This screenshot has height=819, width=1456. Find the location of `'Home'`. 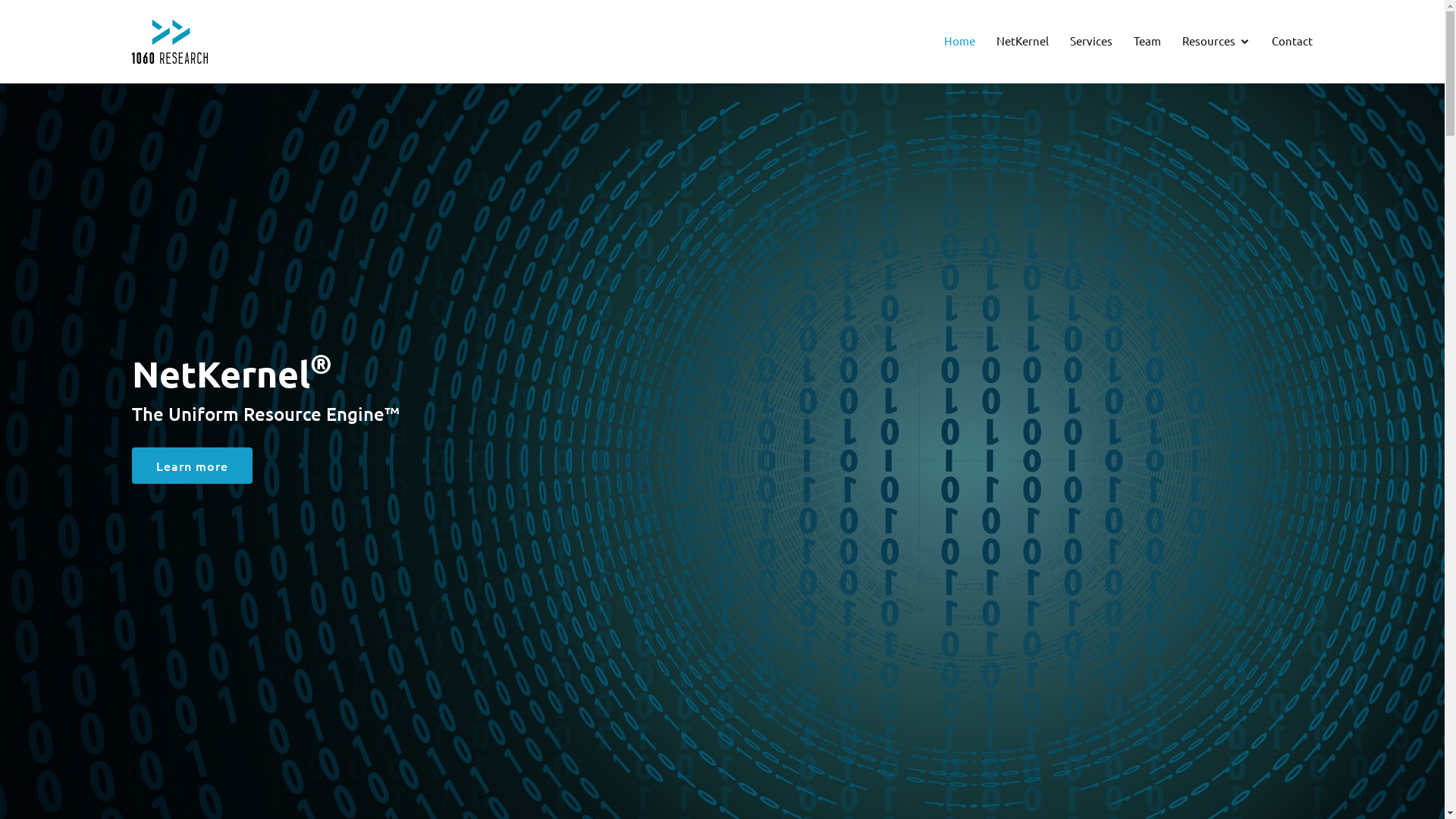

'Home' is located at coordinates (943, 40).